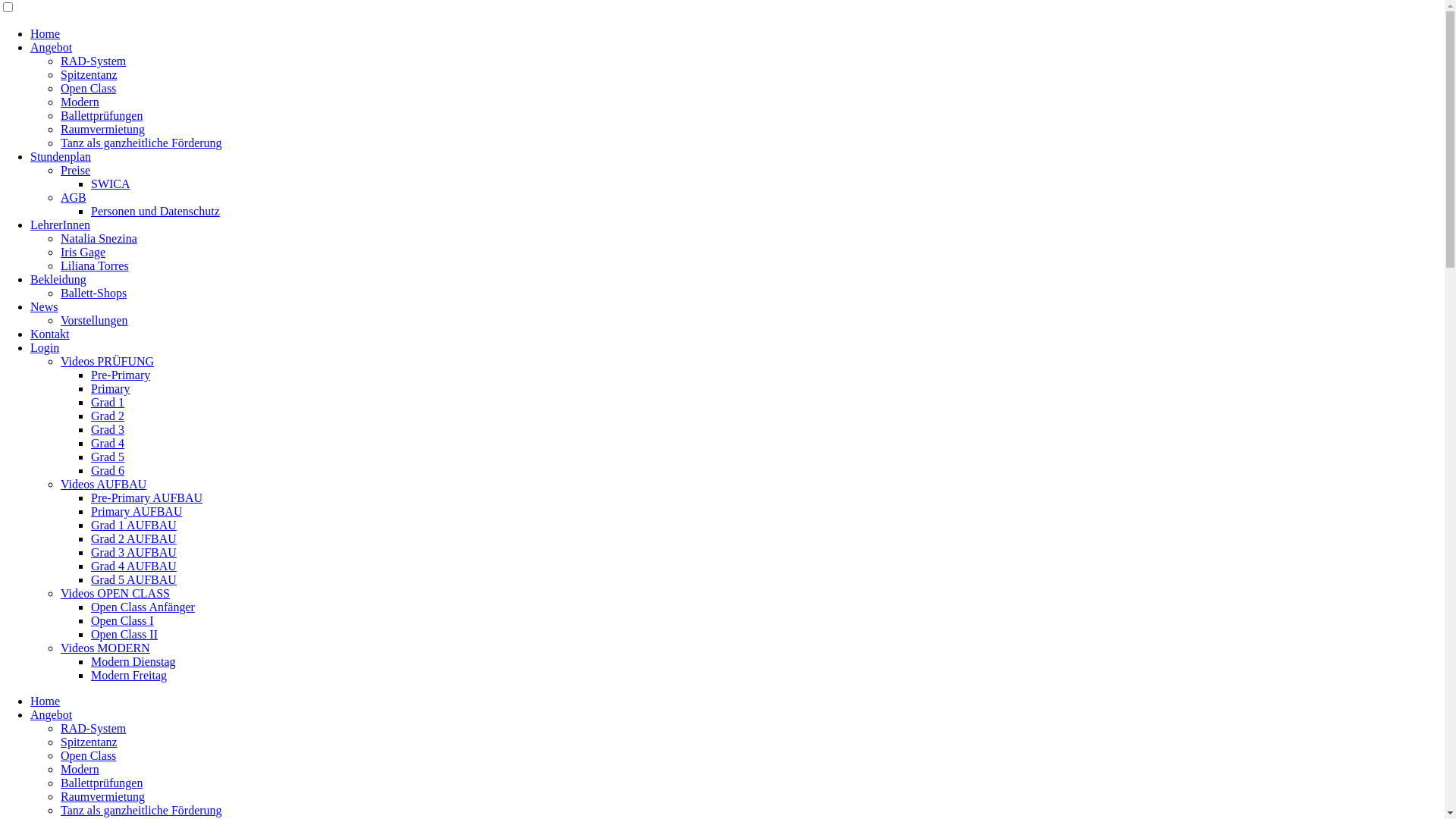  I want to click on 'Raumvermietung', so click(102, 795).